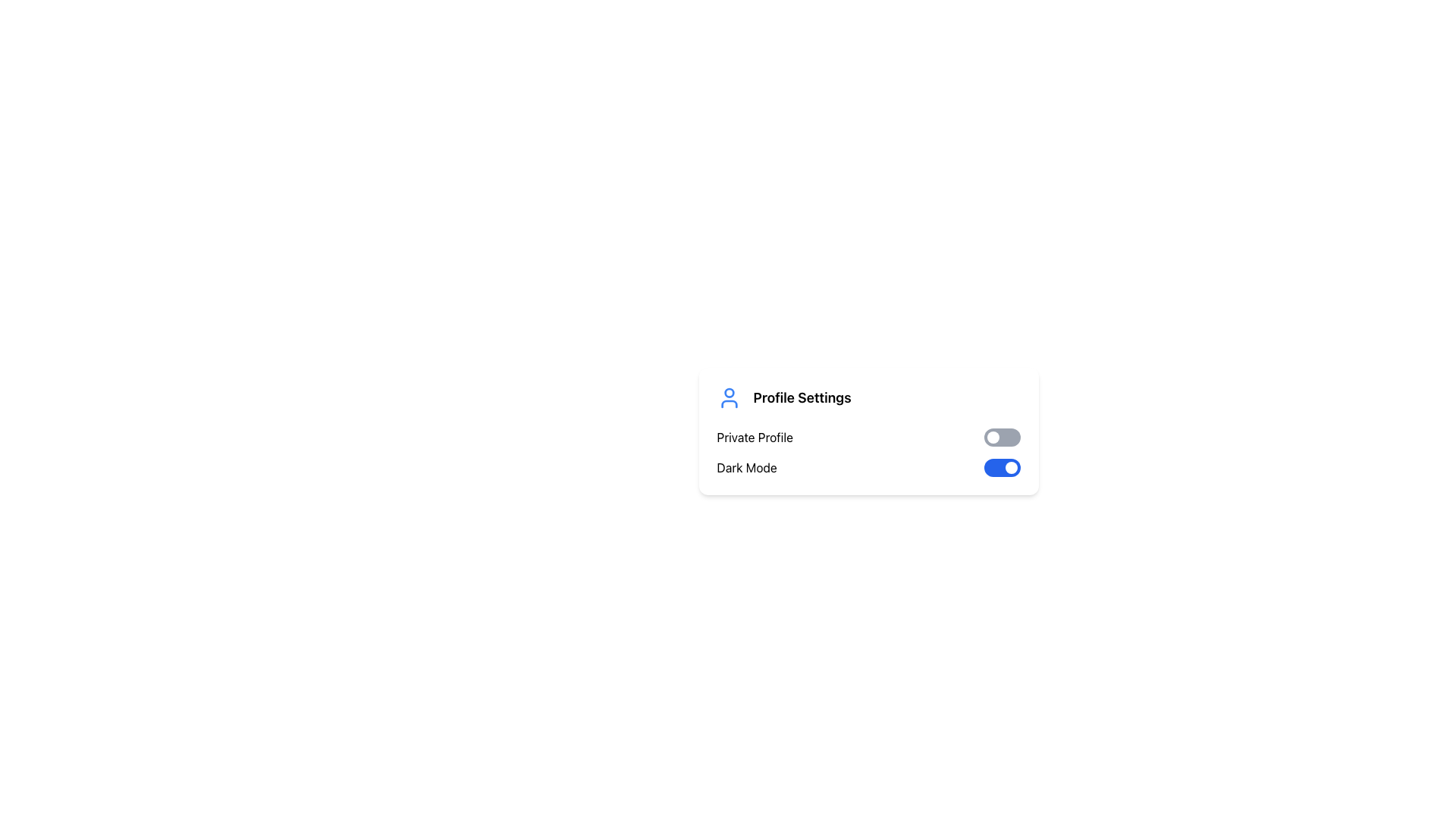 Image resolution: width=1456 pixels, height=819 pixels. Describe the element at coordinates (1002, 467) in the screenshot. I see `the circular handle of the Dark Mode toggle switch` at that location.